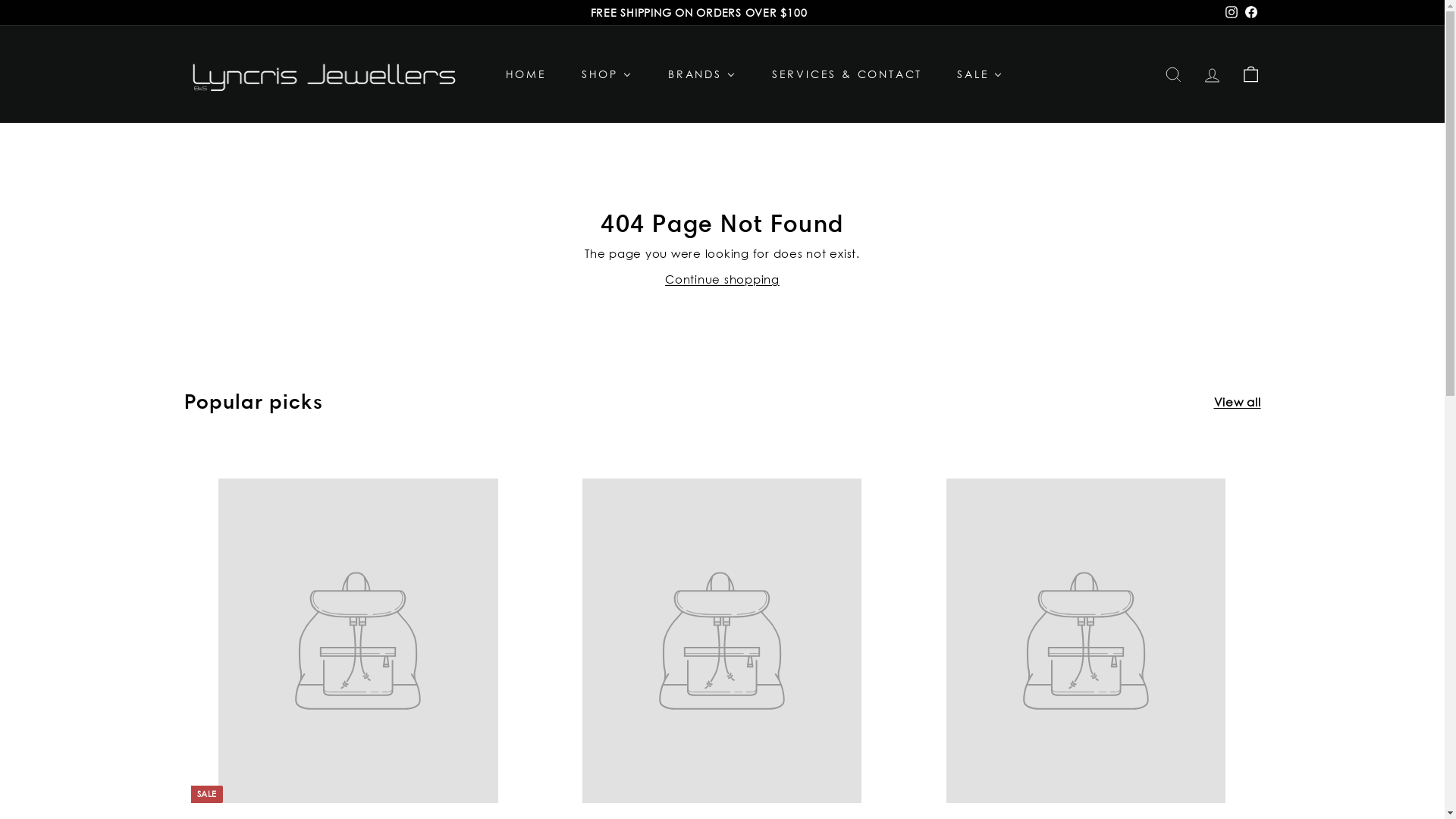 Image resolution: width=1456 pixels, height=819 pixels. I want to click on 'SHOP', so click(607, 74).